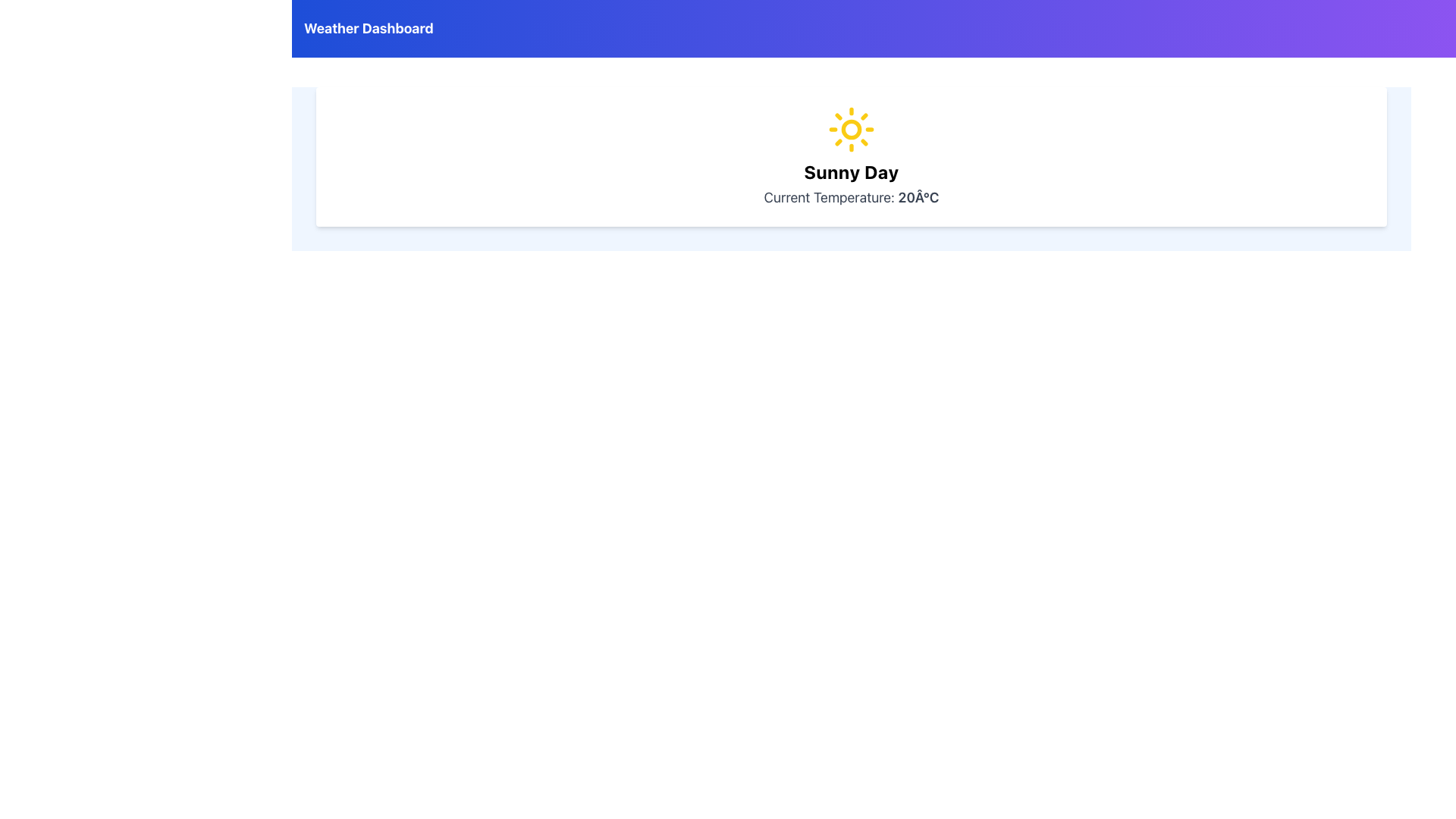  I want to click on the bold text label saying 'Sunny Day' prominently displayed in black font, located underneath a sun icon and above the subtitle 'Current Temperature: 20Â°C', so click(852, 171).